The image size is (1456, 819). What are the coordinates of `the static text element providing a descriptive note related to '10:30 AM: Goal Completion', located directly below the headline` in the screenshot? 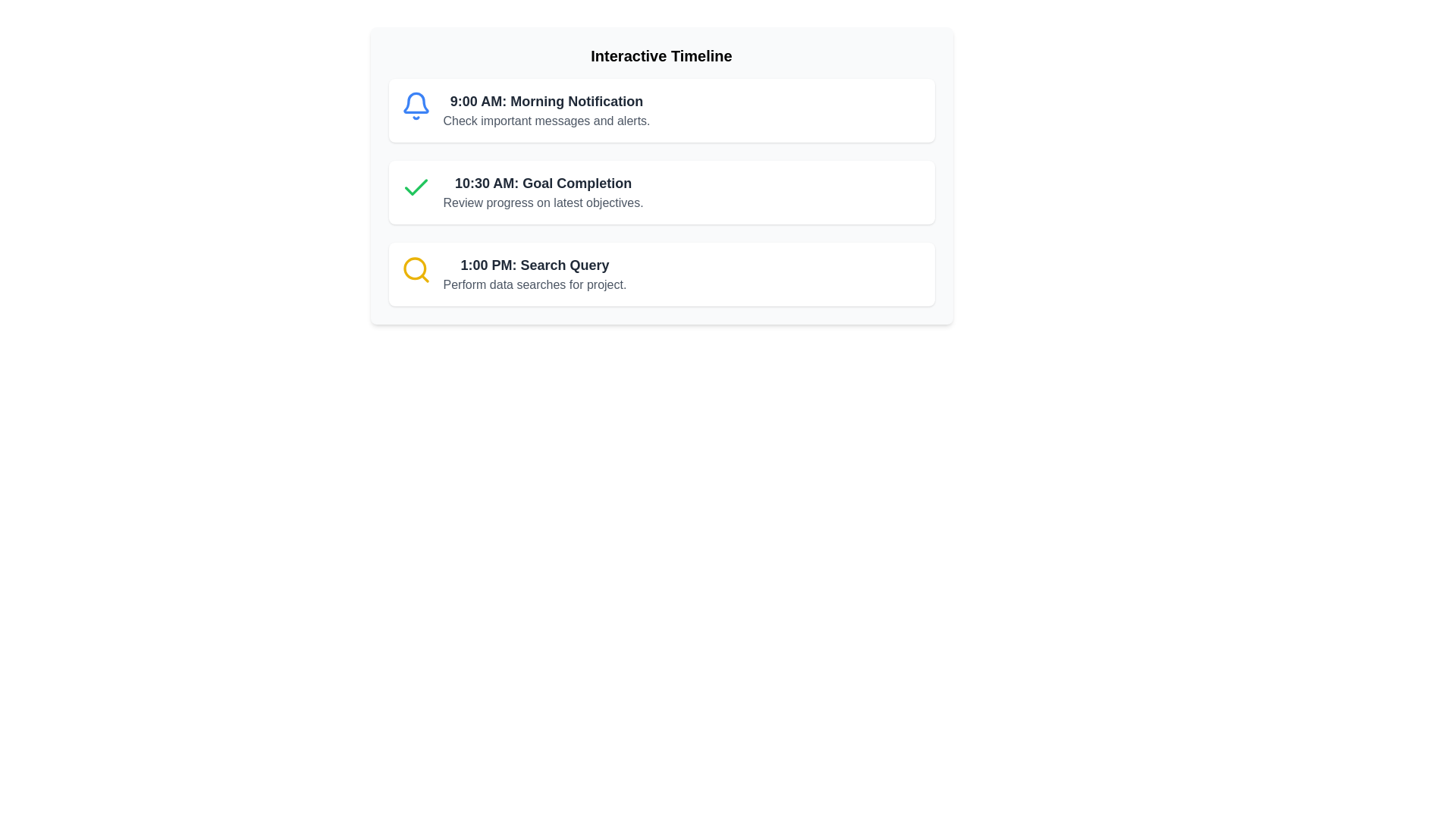 It's located at (543, 202).